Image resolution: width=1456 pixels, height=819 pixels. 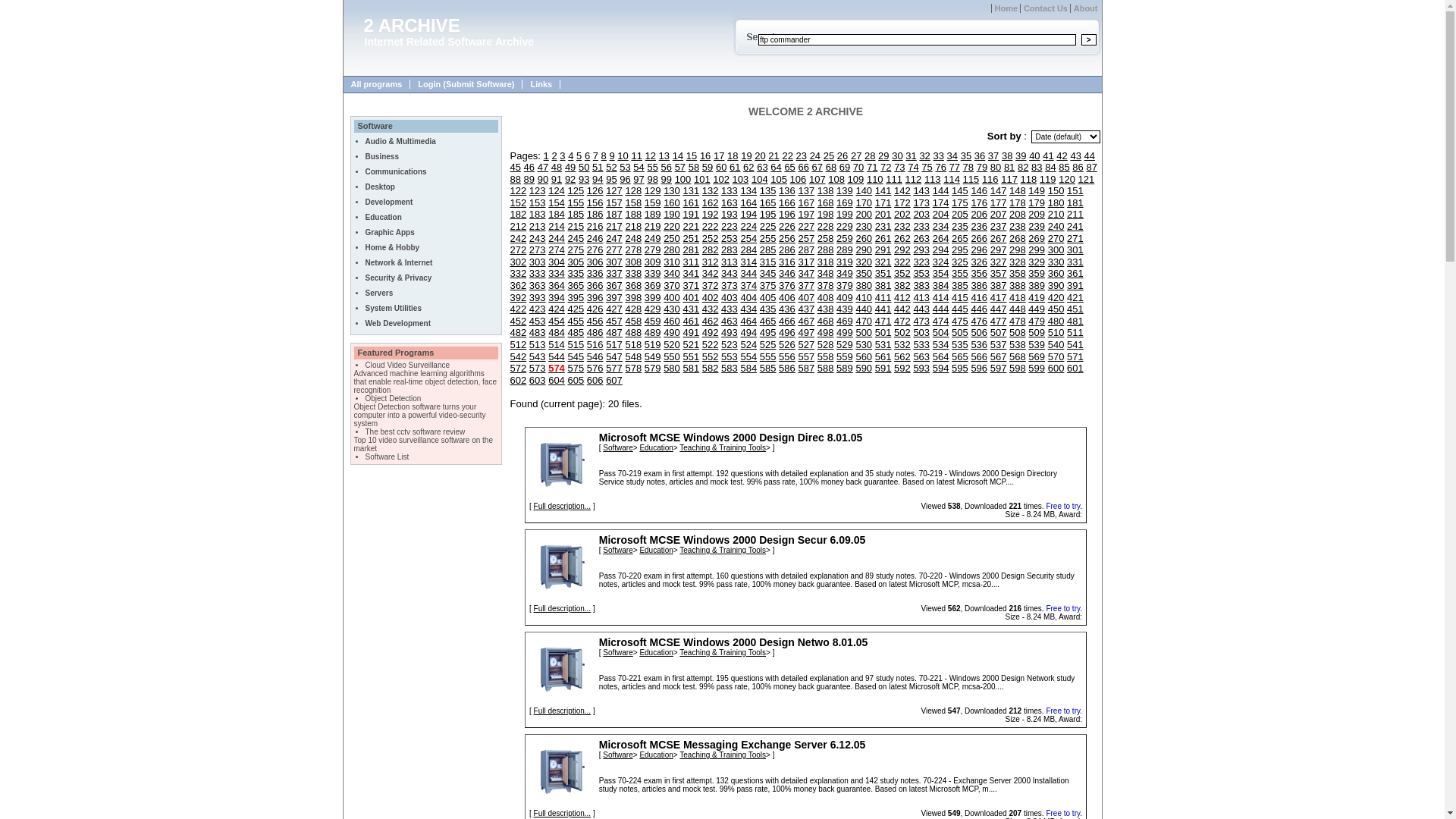 I want to click on 'Web Development', so click(x=398, y=322).